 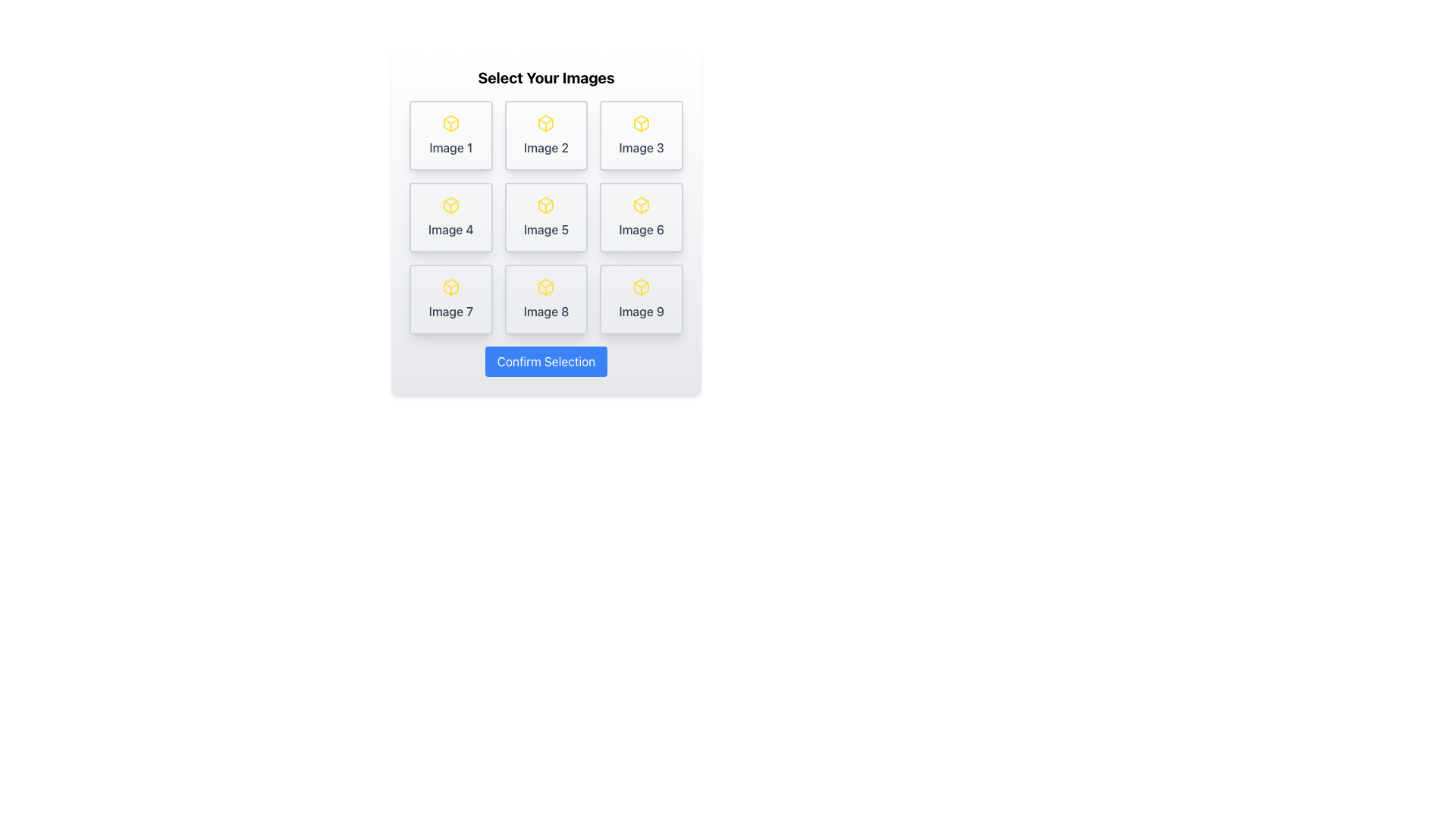 I want to click on the 'Image 4' button, which is the fourth item in a 3x3 grid layout, so click(x=450, y=205).